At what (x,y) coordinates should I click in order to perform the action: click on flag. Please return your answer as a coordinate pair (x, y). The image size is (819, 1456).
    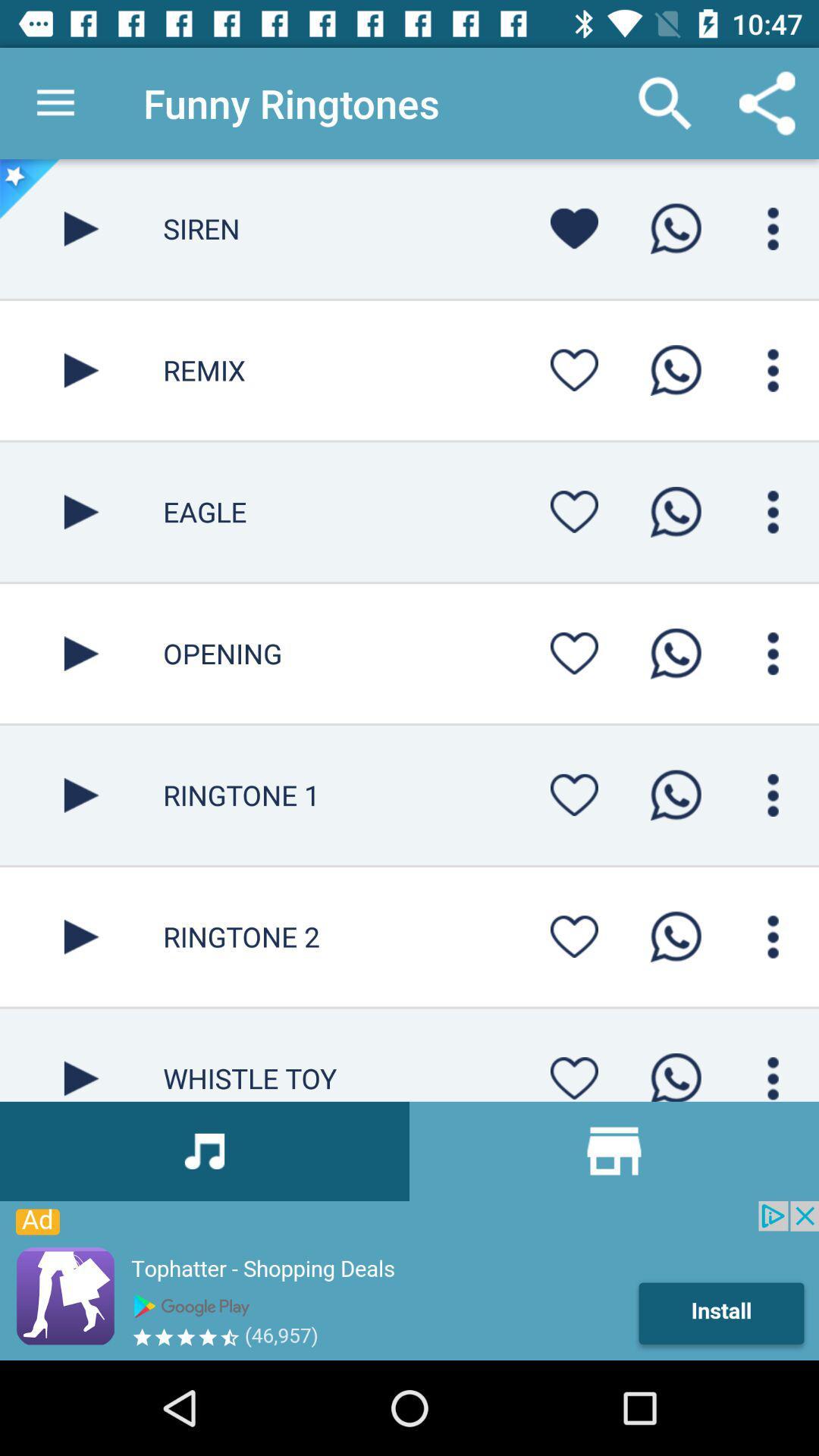
    Looking at the image, I should click on (574, 1073).